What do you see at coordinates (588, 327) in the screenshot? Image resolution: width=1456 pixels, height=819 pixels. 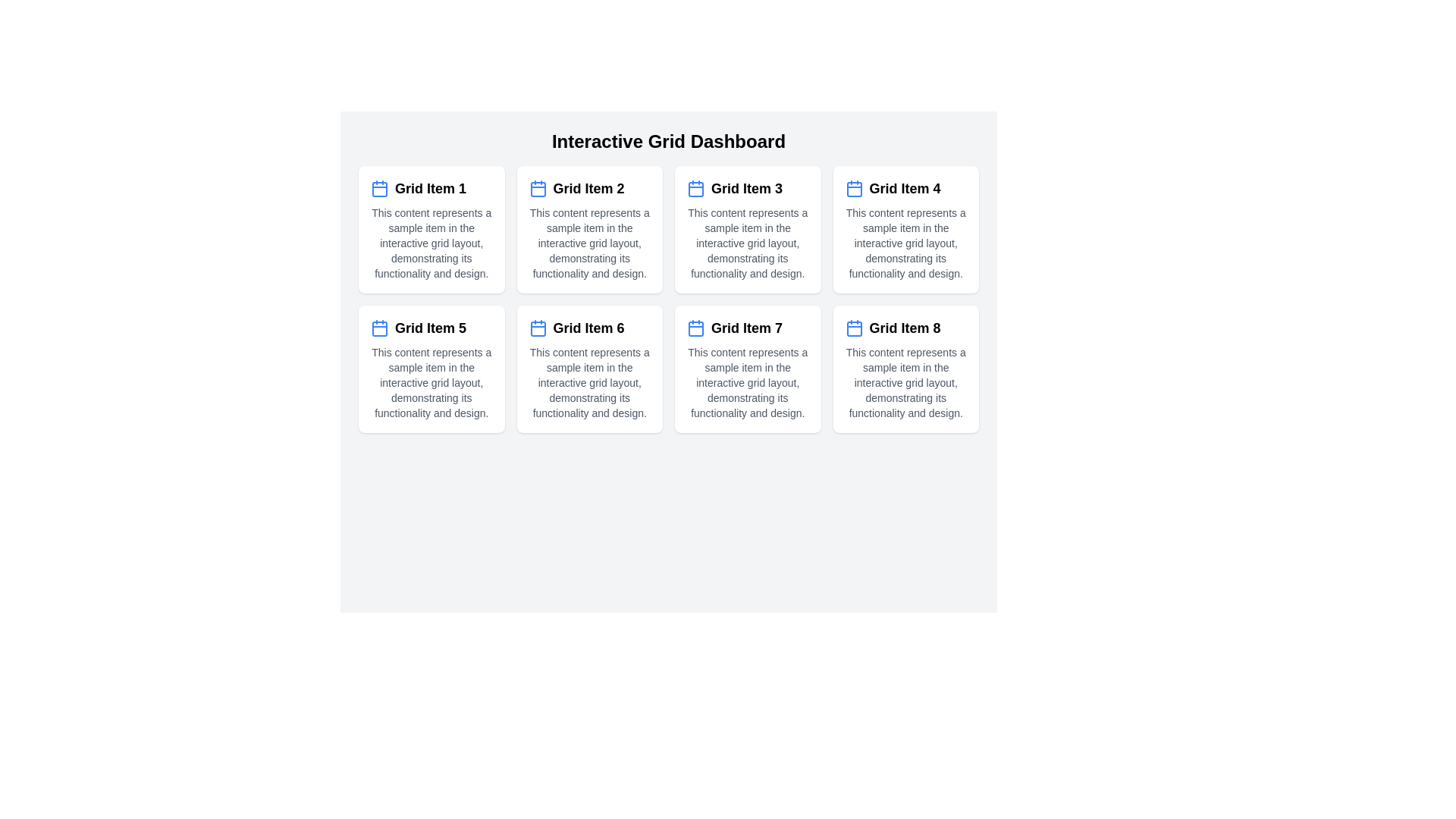 I see `text content of the Text Label with an Icon displaying 'Grid Item 6', located in the sixth grid item in the interactive grid layout` at bounding box center [588, 327].